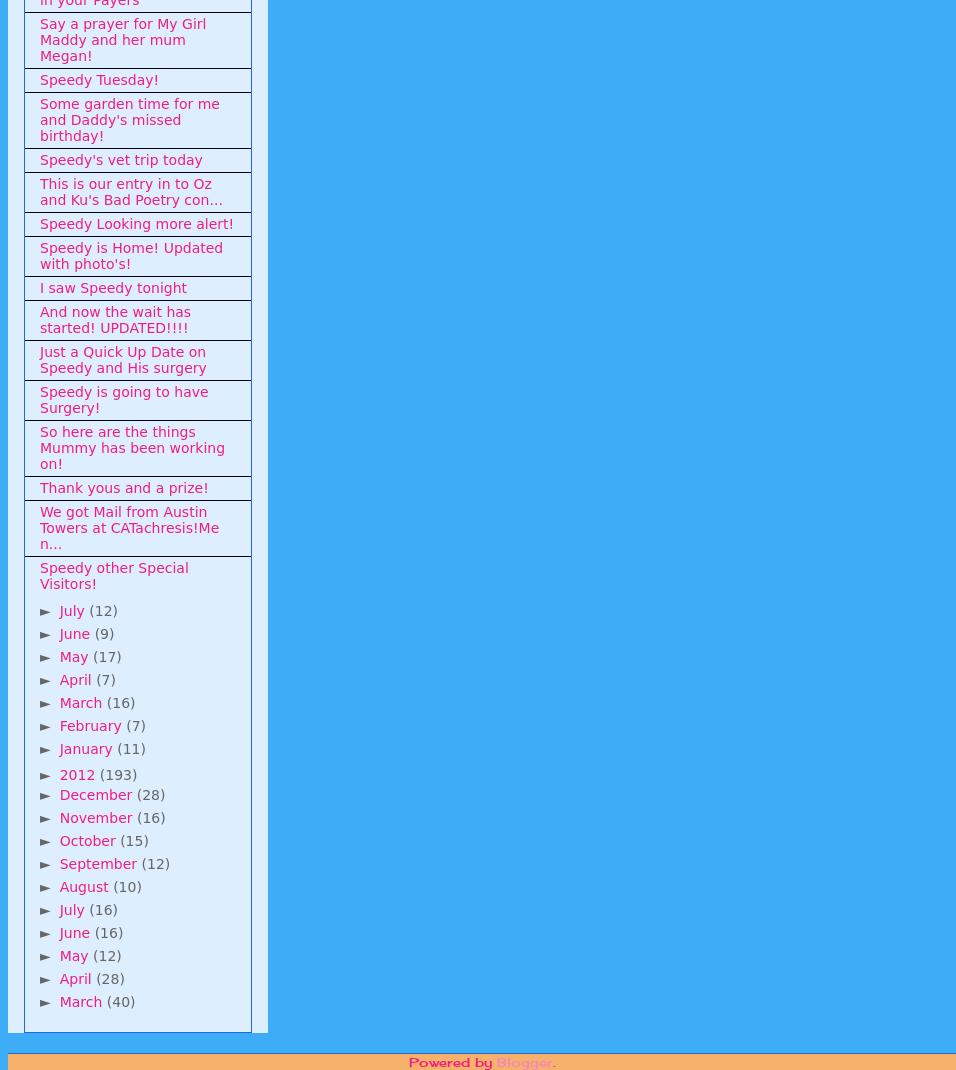  I want to click on 'October', so click(57, 839).